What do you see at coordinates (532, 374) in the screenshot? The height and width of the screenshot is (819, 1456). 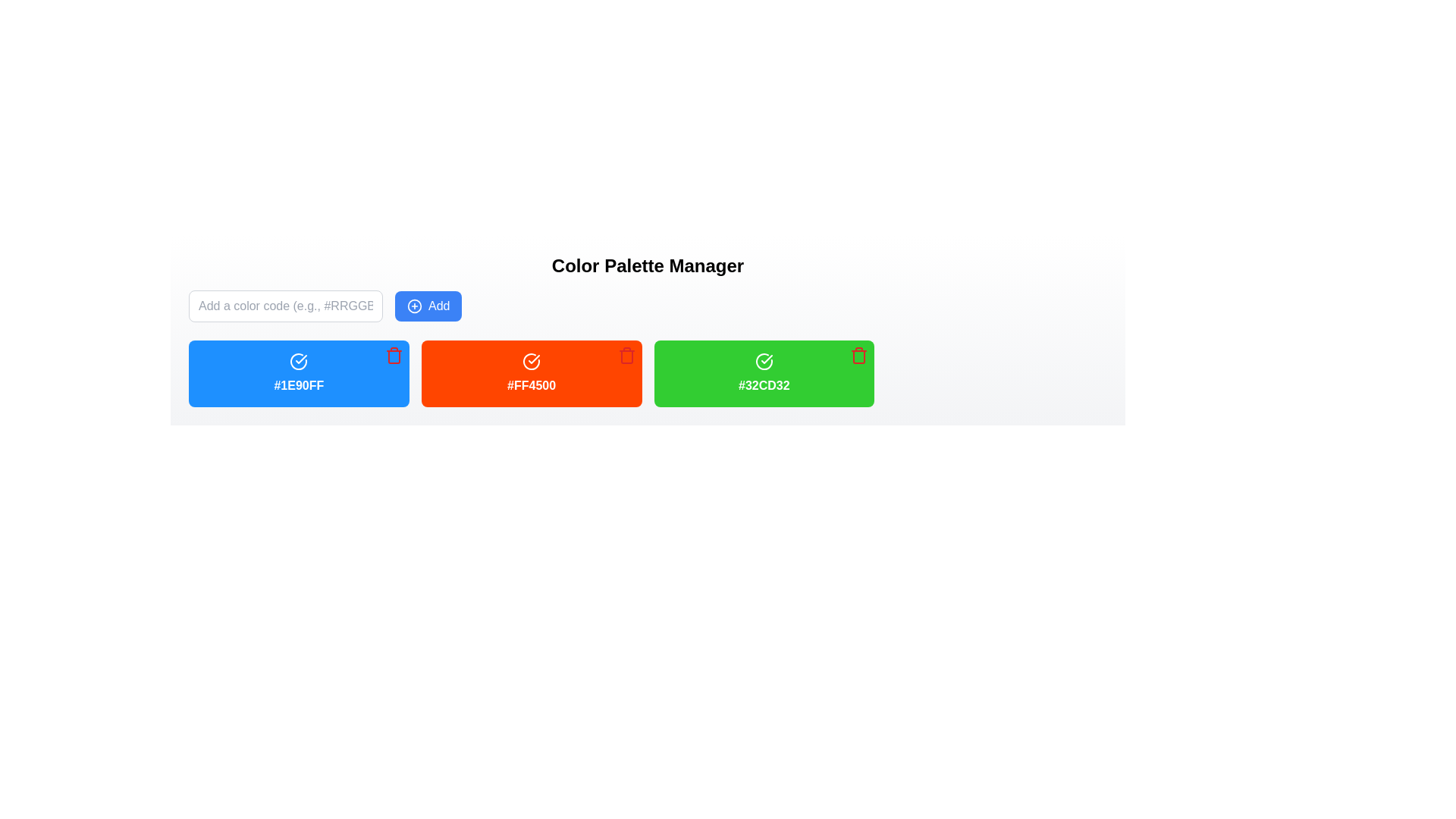 I see `the color information displayed on the bright orange card with a checkmark icon and white text, positioned centrally in a row of three color cards` at bounding box center [532, 374].